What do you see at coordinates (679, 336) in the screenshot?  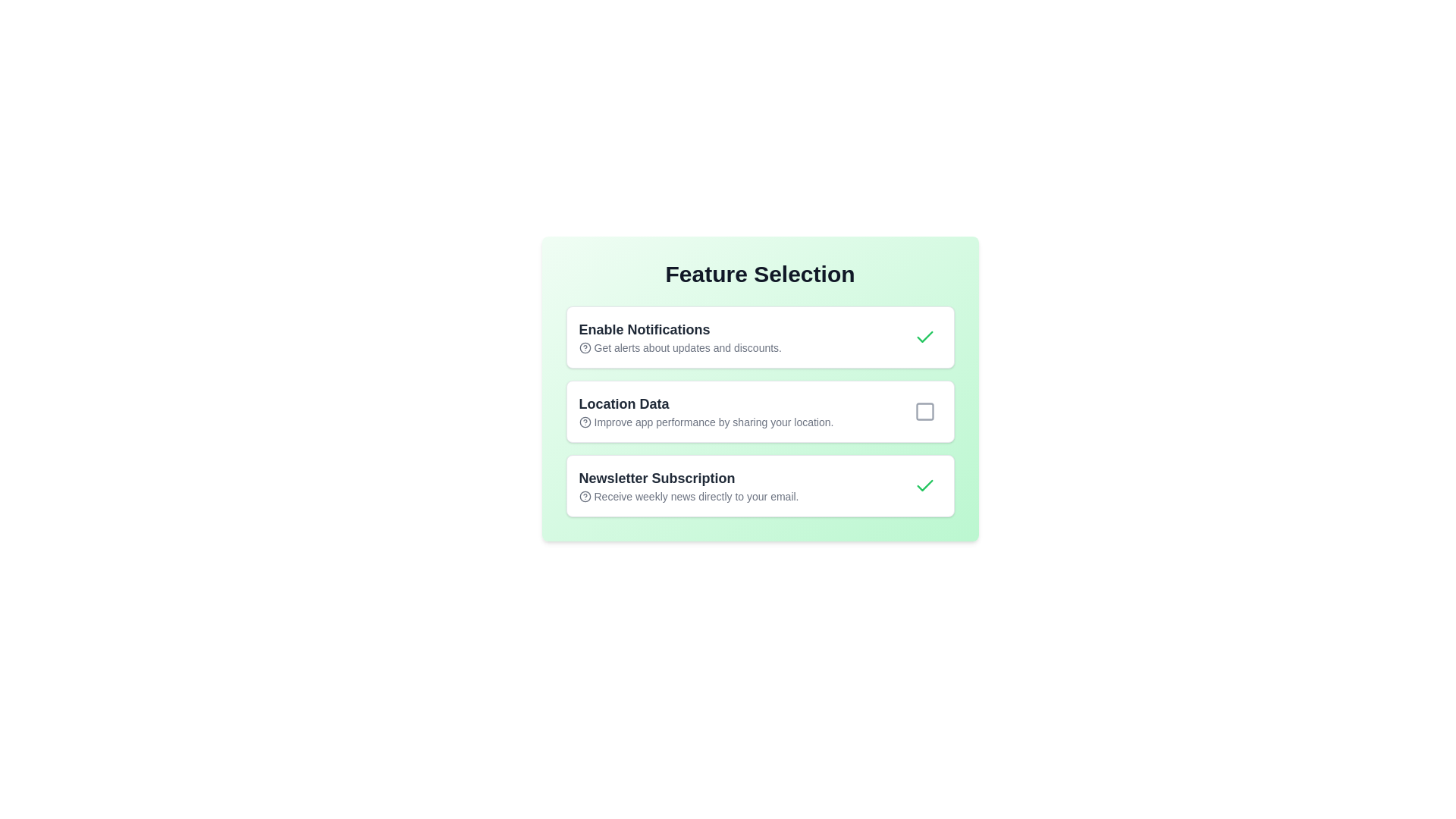 I see `the descriptive content of the 'Enable Notifications' text element` at bounding box center [679, 336].